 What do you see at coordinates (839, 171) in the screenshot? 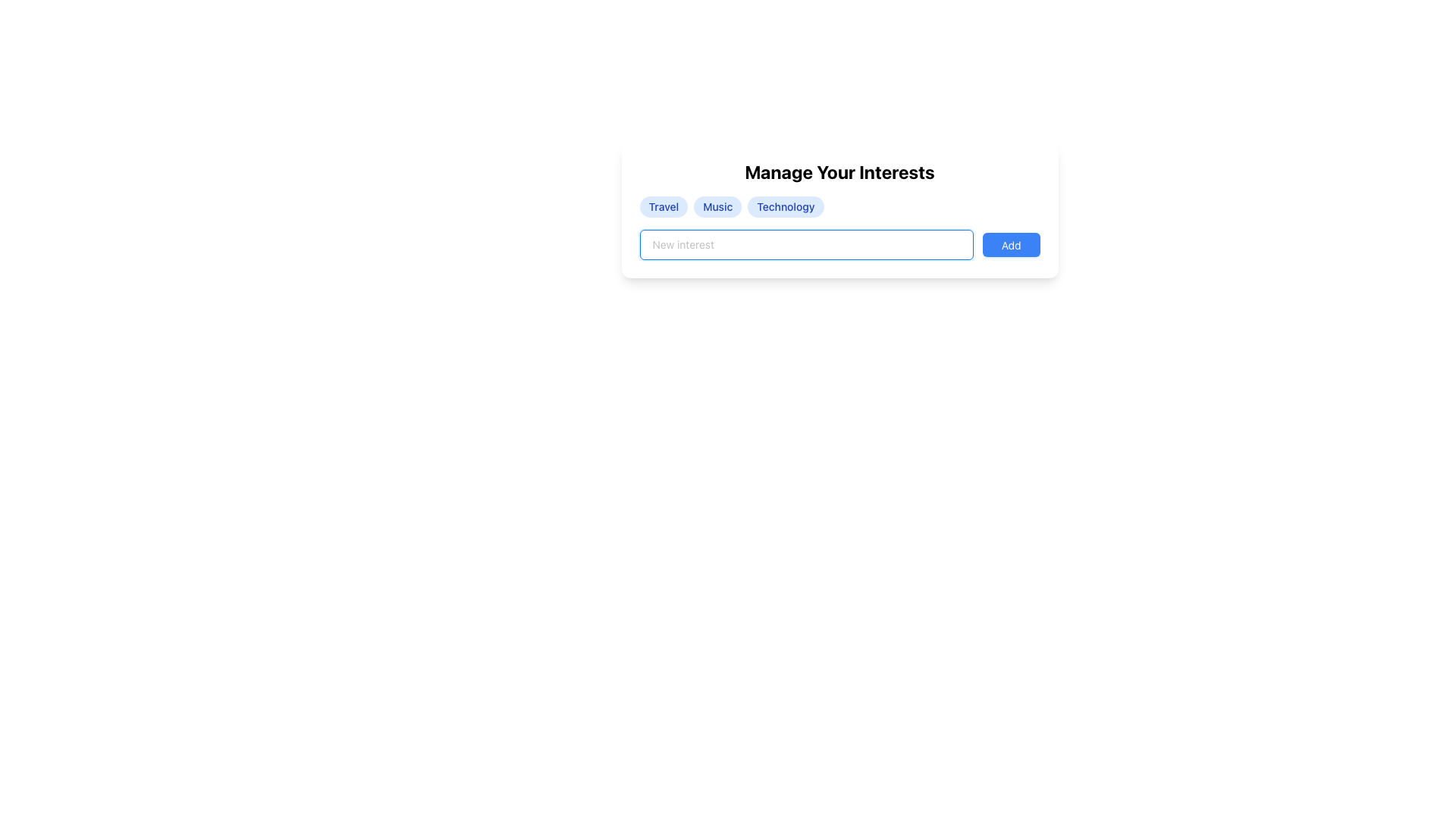
I see `the text header displaying 'Manage Your Interests' which is positioned at the top of the card interface` at bounding box center [839, 171].